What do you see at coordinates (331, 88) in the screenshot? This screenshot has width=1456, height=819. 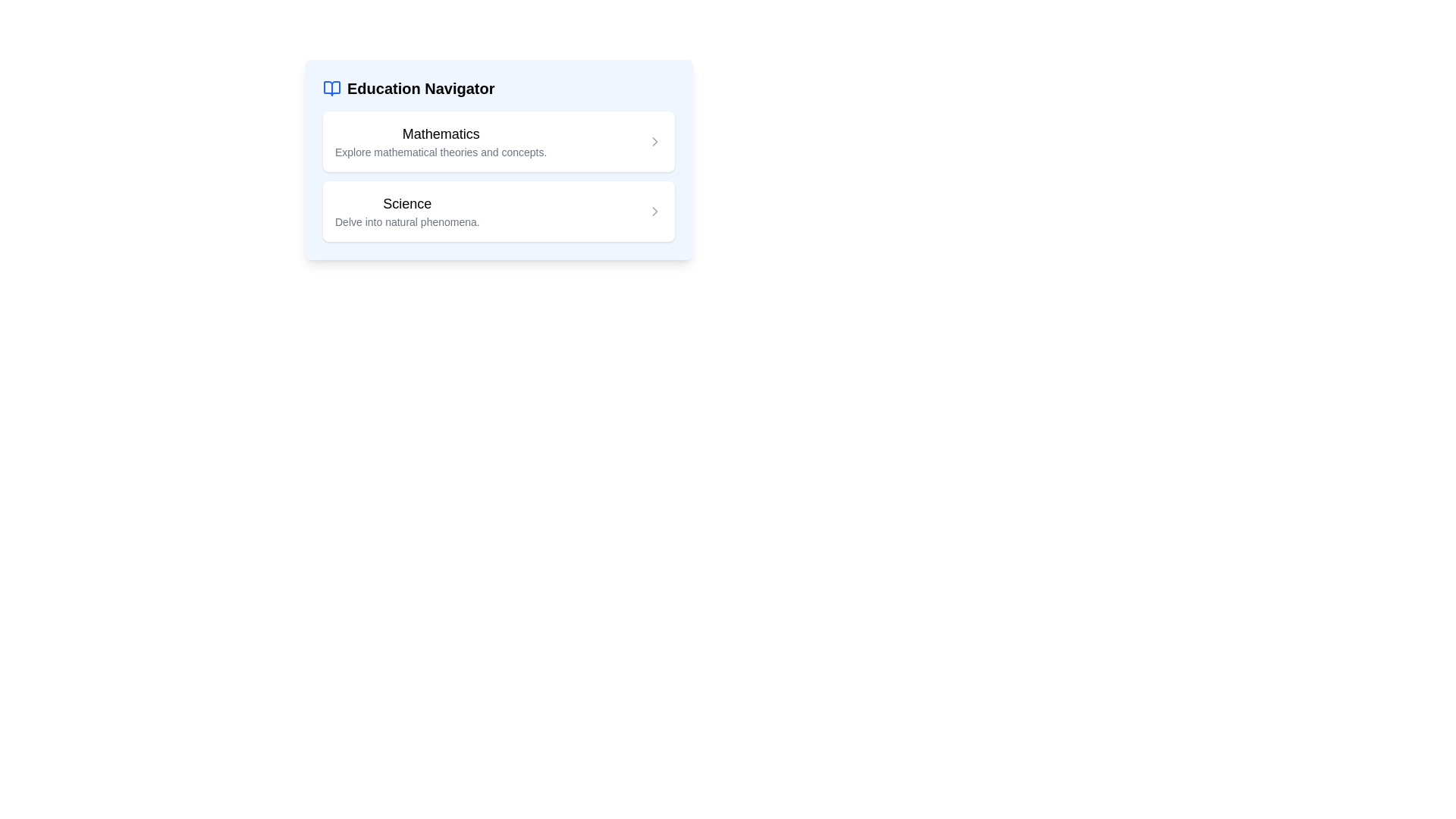 I see `left half of the open book icon, which is part of the SVG graphic in the 'Education Navigator' panel for debugging purposes` at bounding box center [331, 88].